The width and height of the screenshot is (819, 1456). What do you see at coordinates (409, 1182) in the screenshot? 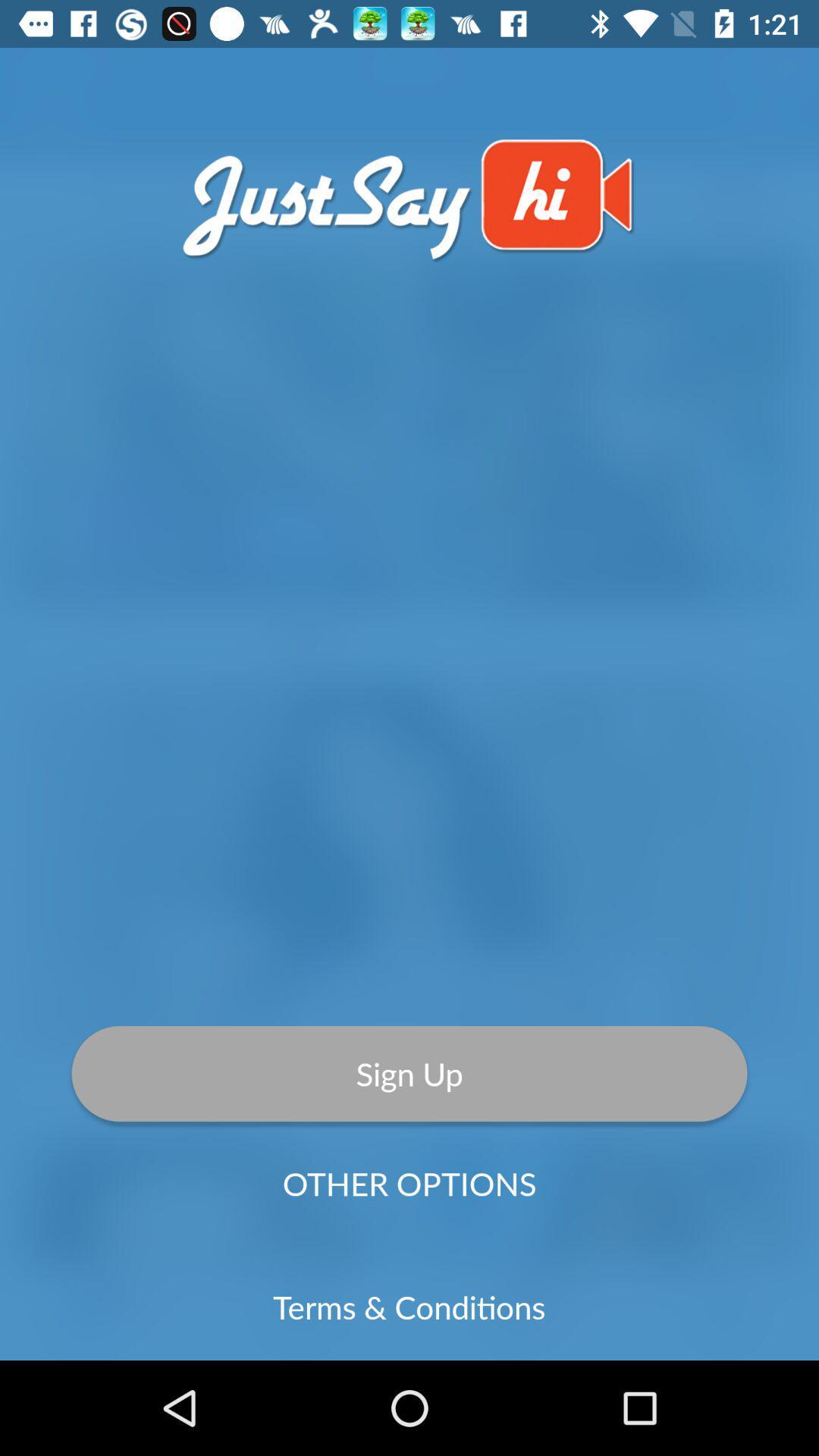
I see `the other options icon` at bounding box center [409, 1182].